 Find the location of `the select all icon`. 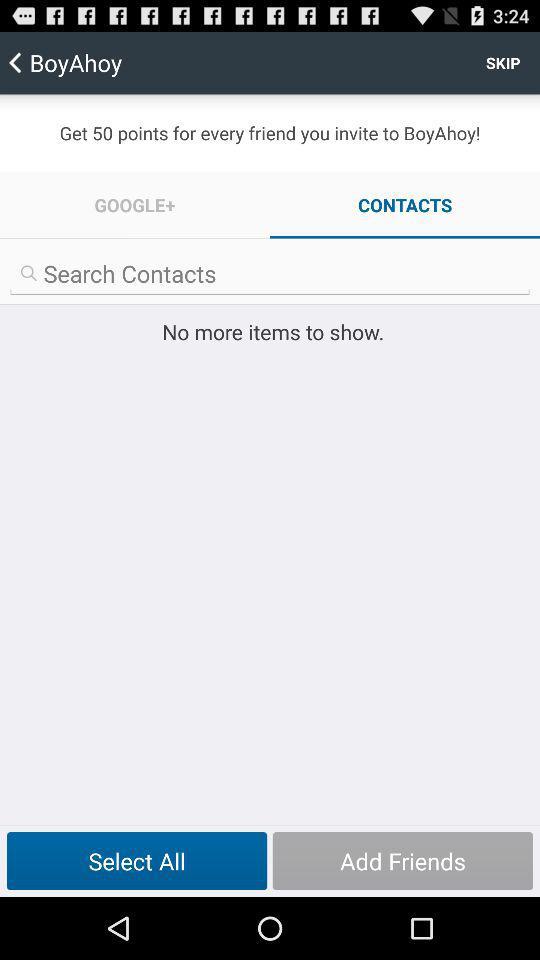

the select all icon is located at coordinates (136, 860).